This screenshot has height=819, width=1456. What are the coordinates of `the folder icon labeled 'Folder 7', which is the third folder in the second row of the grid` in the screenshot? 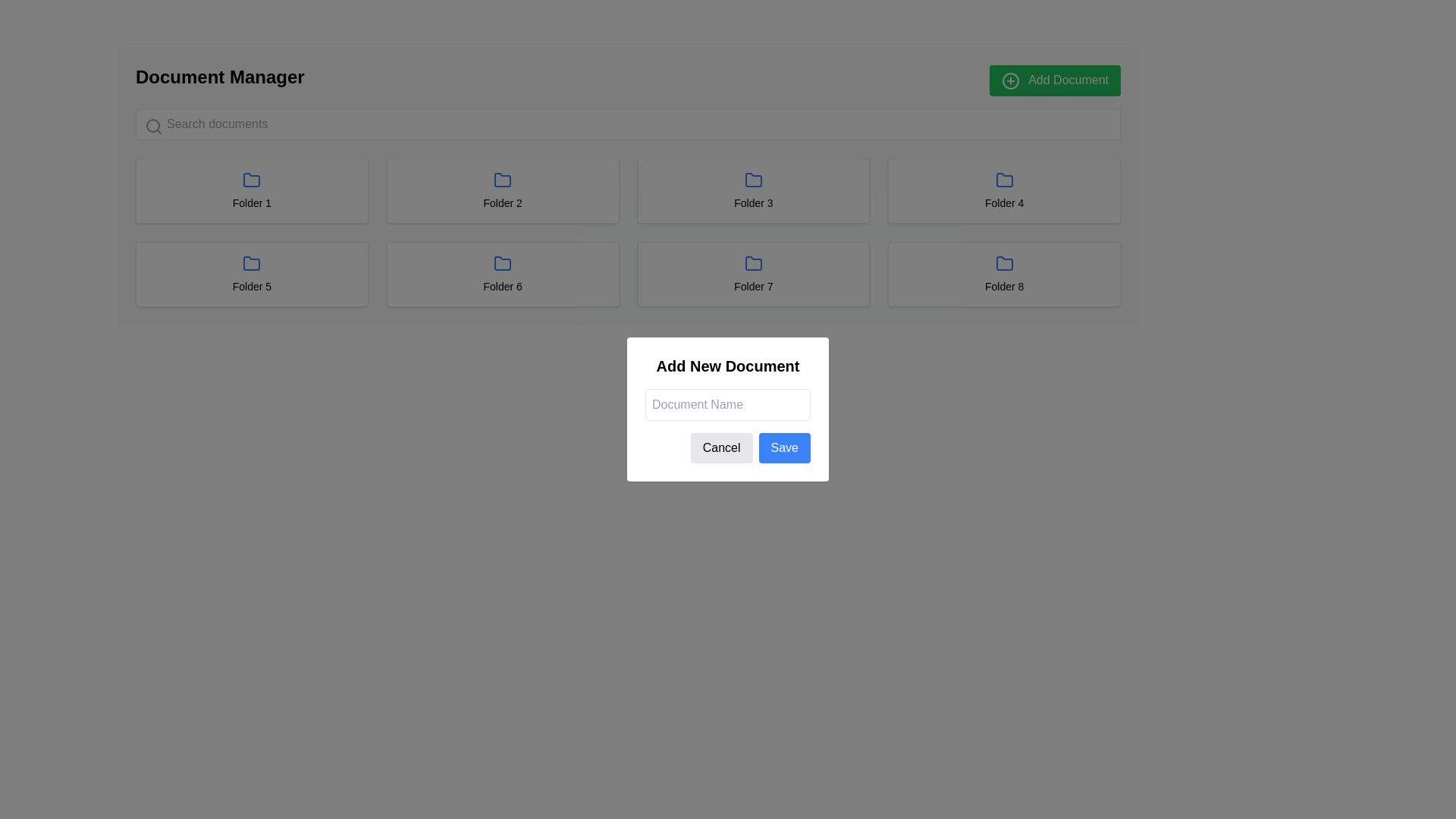 It's located at (753, 262).